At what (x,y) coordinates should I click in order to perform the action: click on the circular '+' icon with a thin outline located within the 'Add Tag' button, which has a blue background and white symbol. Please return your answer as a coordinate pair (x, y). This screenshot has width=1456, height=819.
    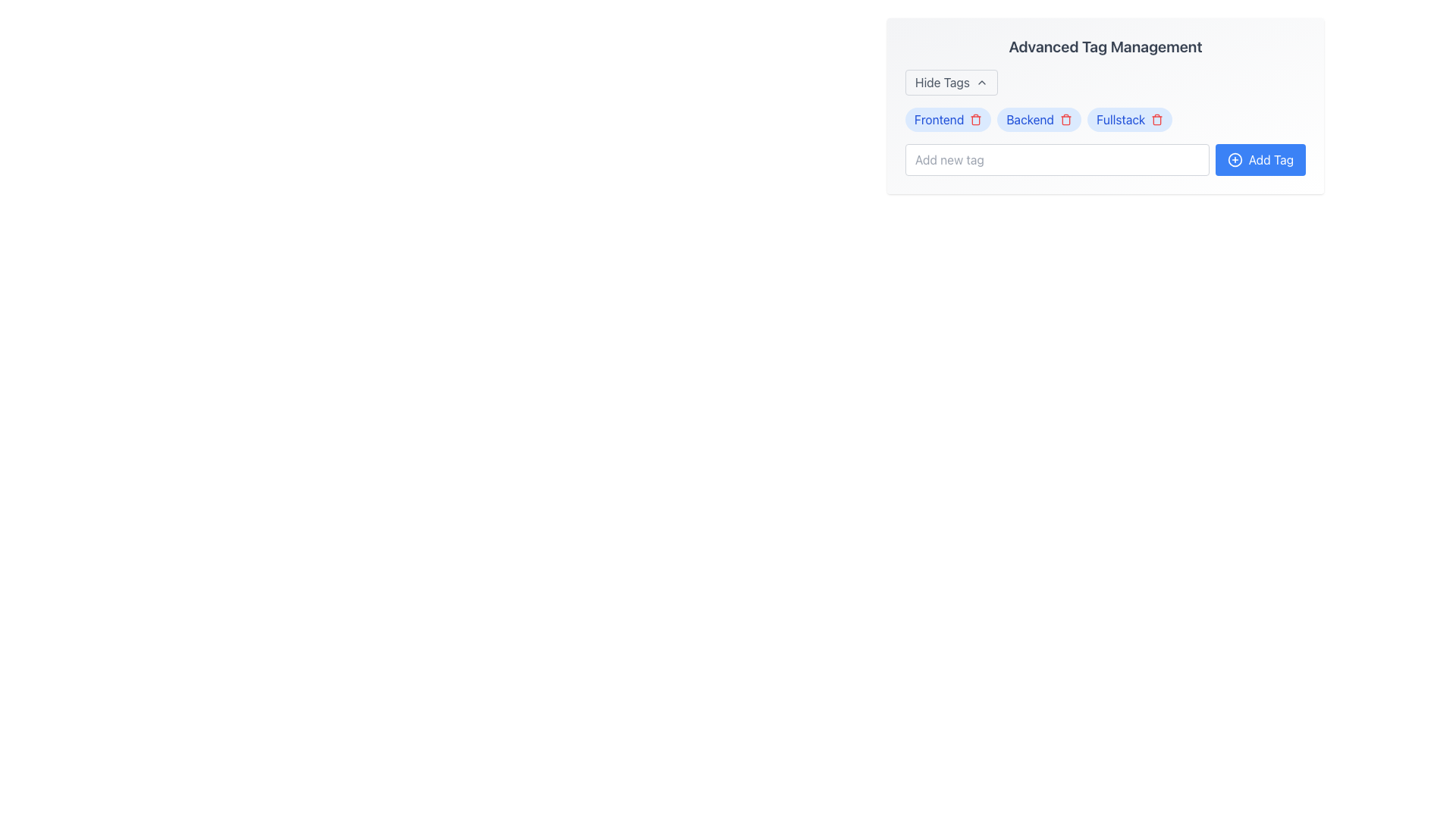
    Looking at the image, I should click on (1235, 160).